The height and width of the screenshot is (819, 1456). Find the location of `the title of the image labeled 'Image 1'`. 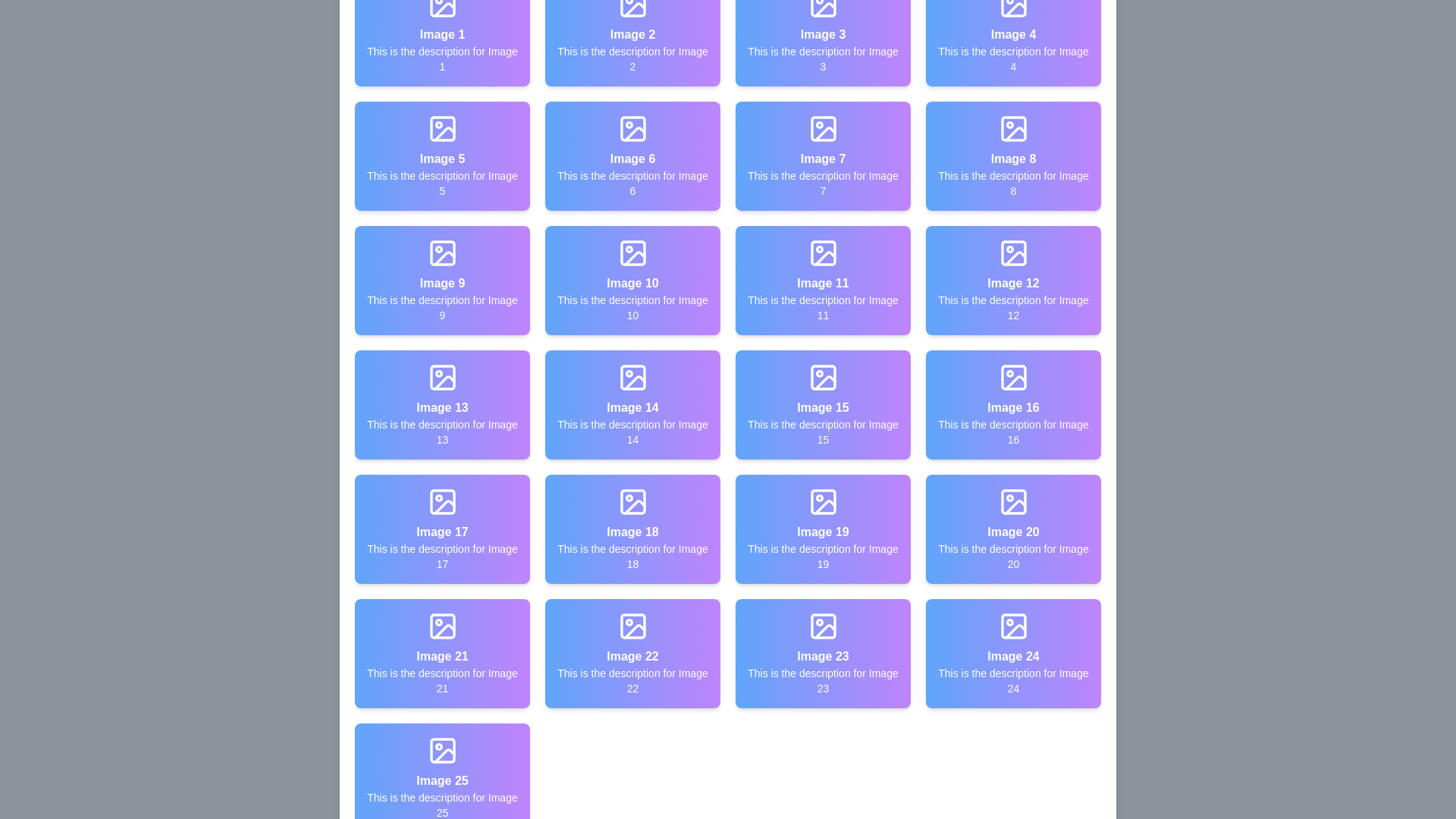

the title of the image labeled 'Image 1' is located at coordinates (441, 34).